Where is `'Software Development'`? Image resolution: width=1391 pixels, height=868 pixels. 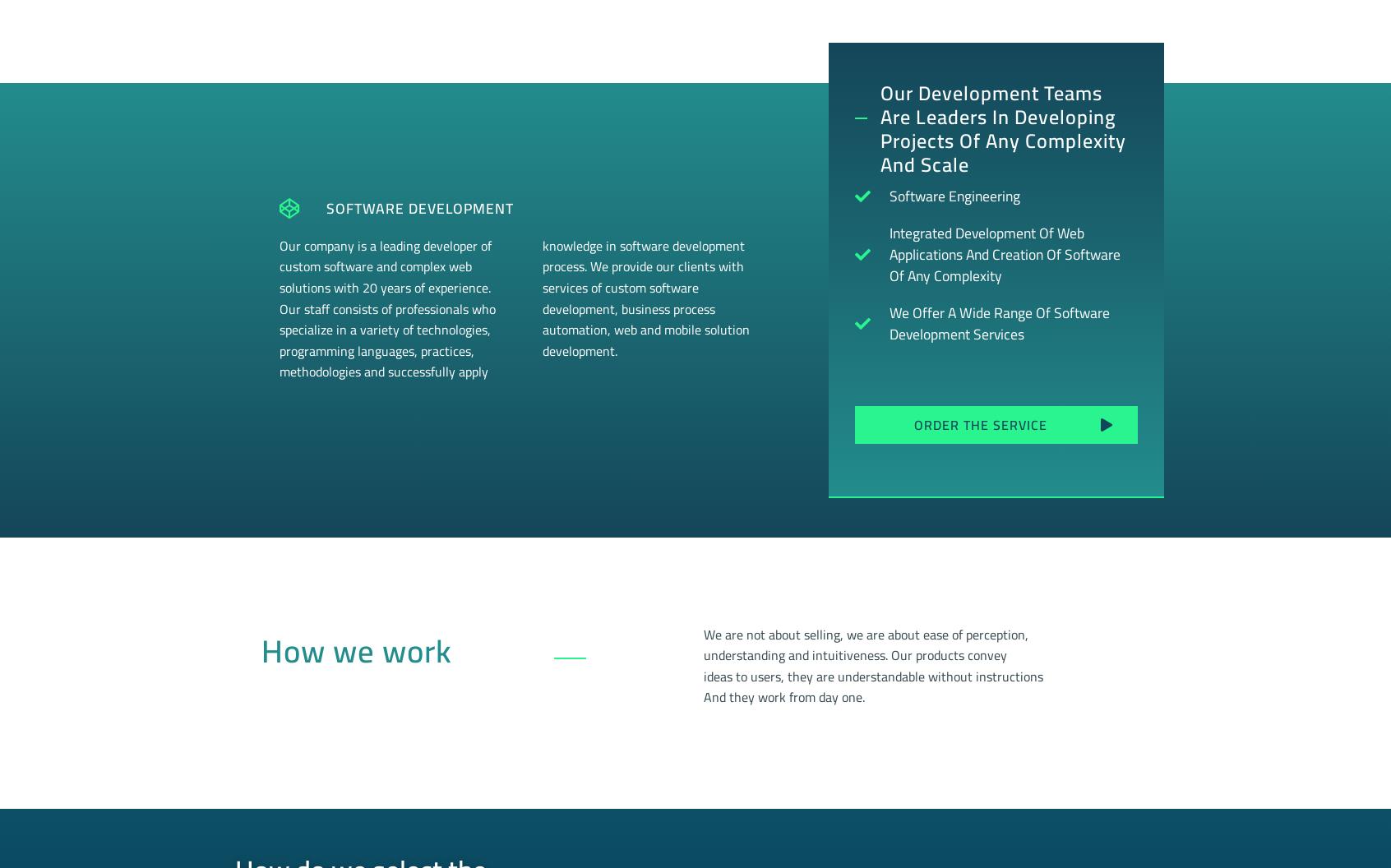
'Software Development' is located at coordinates (419, 206).